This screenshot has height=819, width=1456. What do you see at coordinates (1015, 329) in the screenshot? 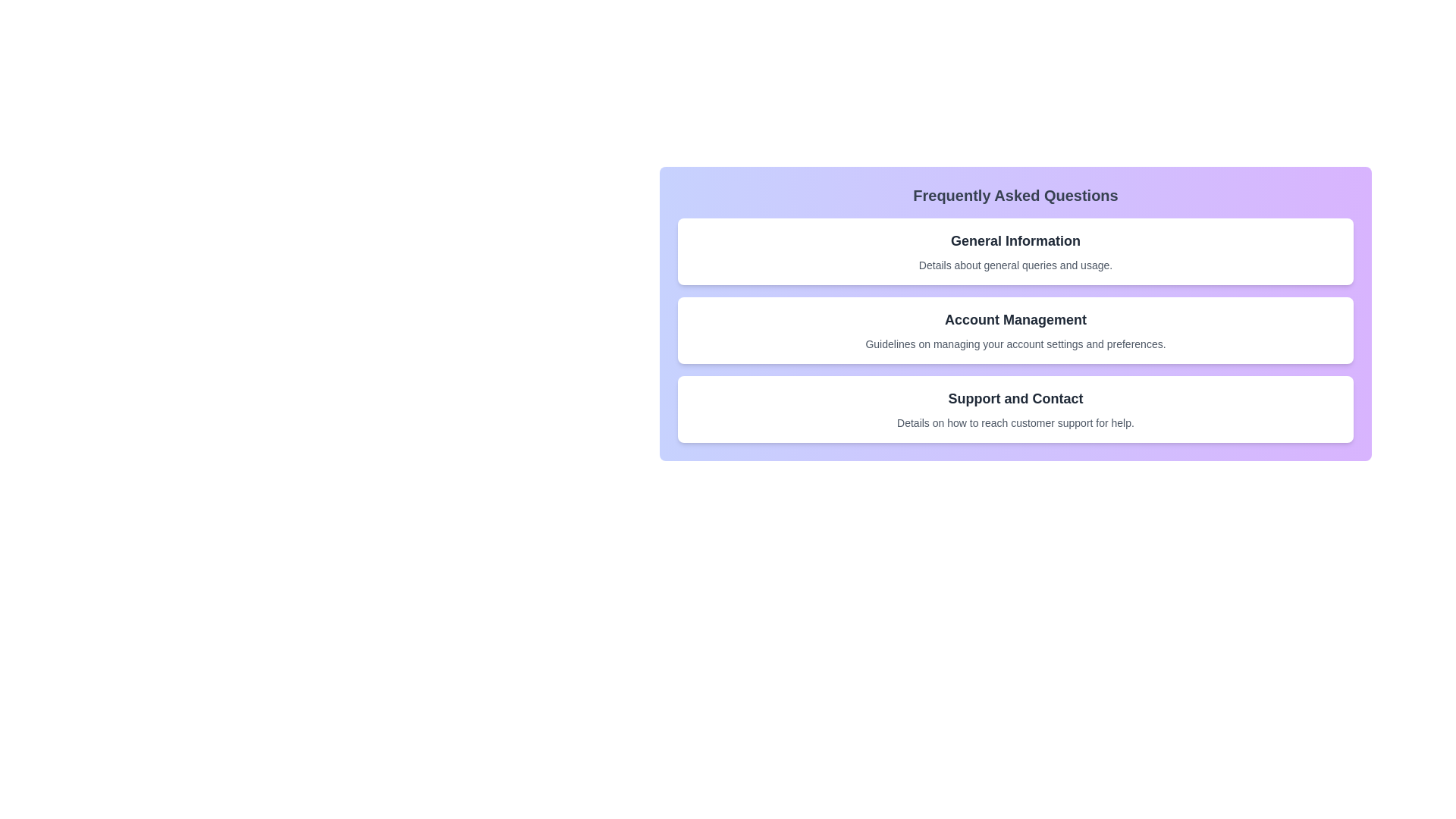
I see `the second informative card in the FAQ section, which is centrally aligned below the 'General Information' card and above the 'Support and Contact' card` at bounding box center [1015, 329].